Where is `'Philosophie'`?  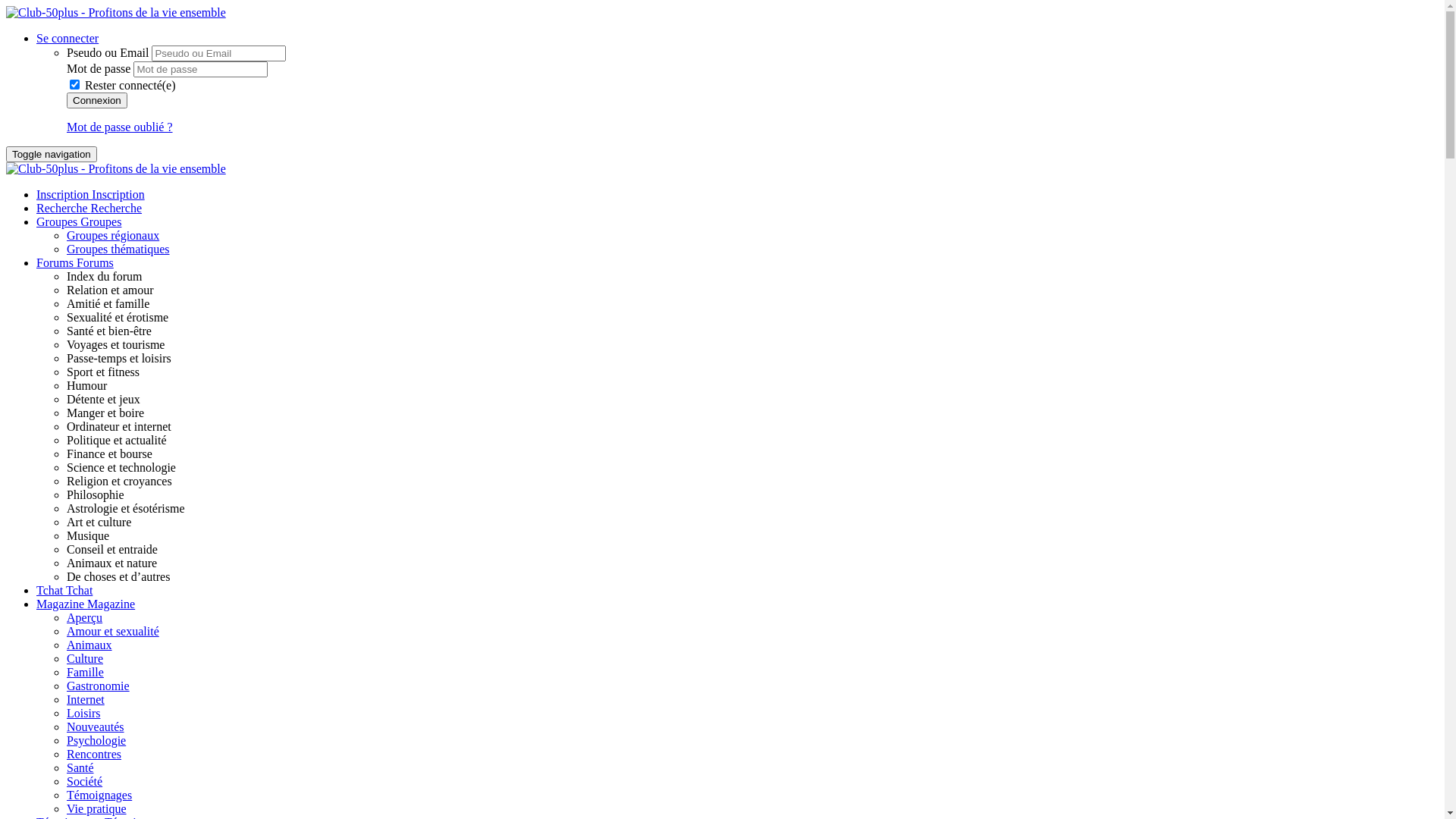 'Philosophie' is located at coordinates (65, 494).